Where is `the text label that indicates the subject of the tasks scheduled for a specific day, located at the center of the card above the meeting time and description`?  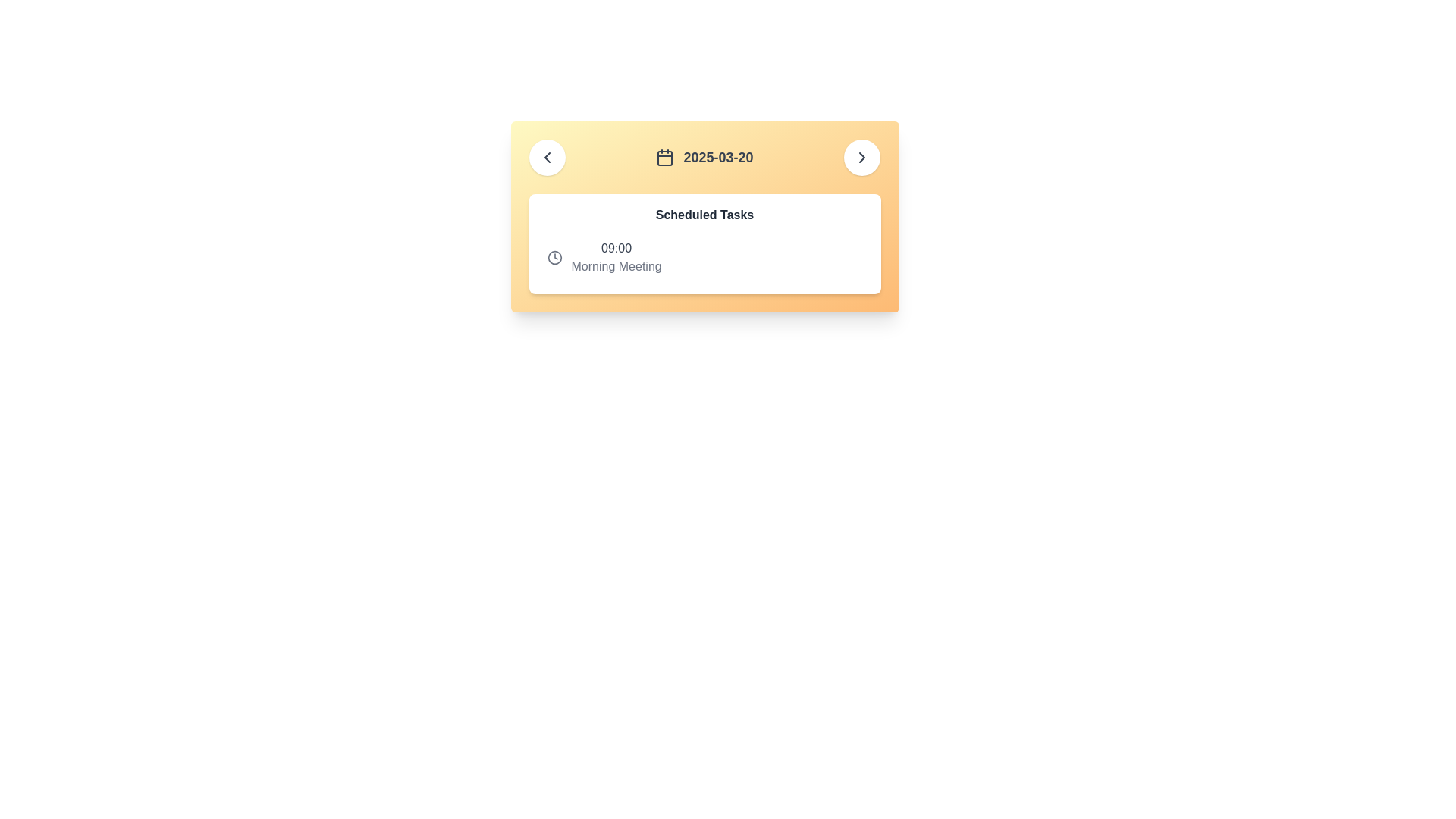 the text label that indicates the subject of the tasks scheduled for a specific day, located at the center of the card above the meeting time and description is located at coordinates (704, 215).